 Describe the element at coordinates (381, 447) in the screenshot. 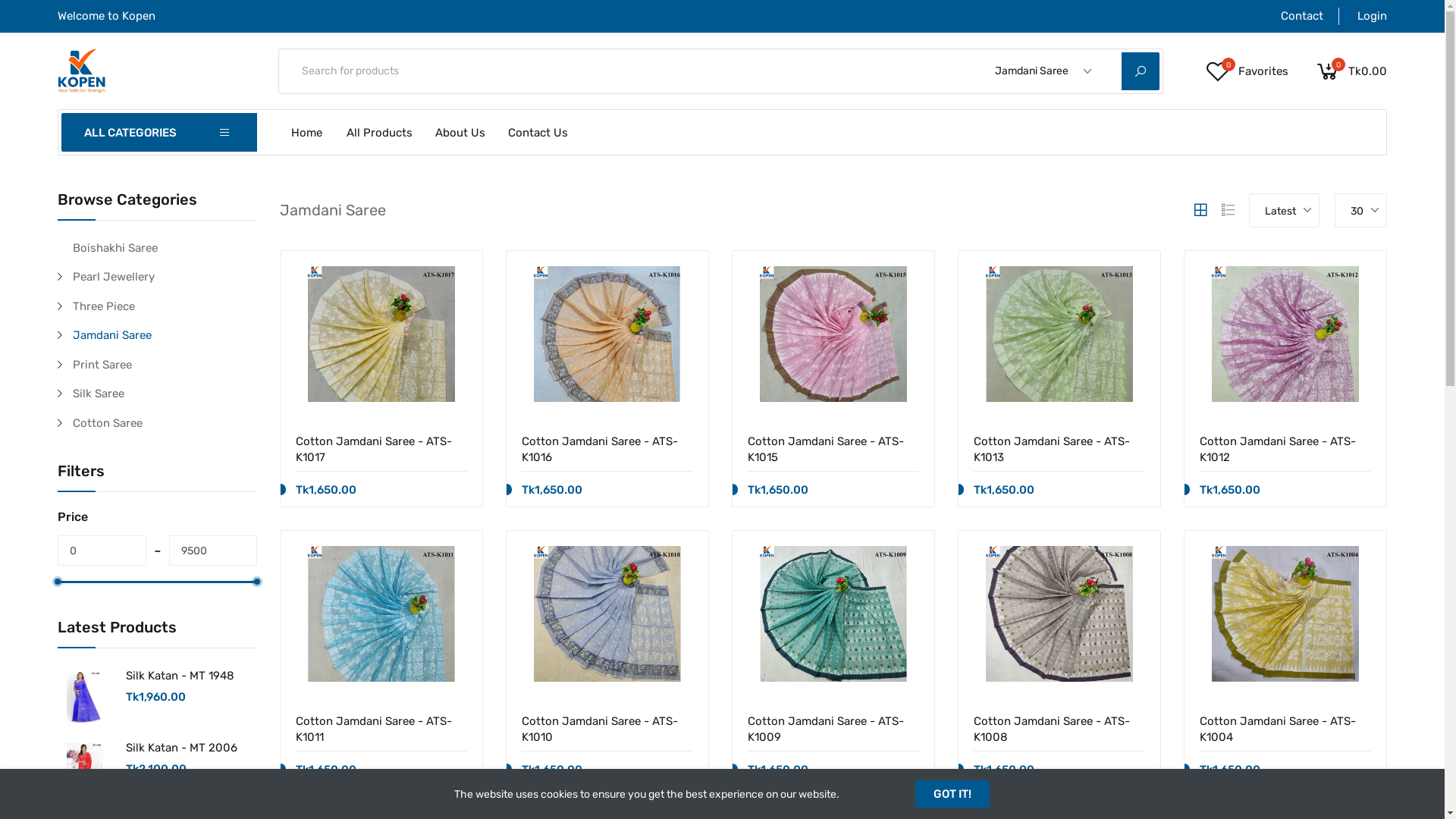

I see `'Cotton Jamdani Saree - ATS-K1017'` at that location.